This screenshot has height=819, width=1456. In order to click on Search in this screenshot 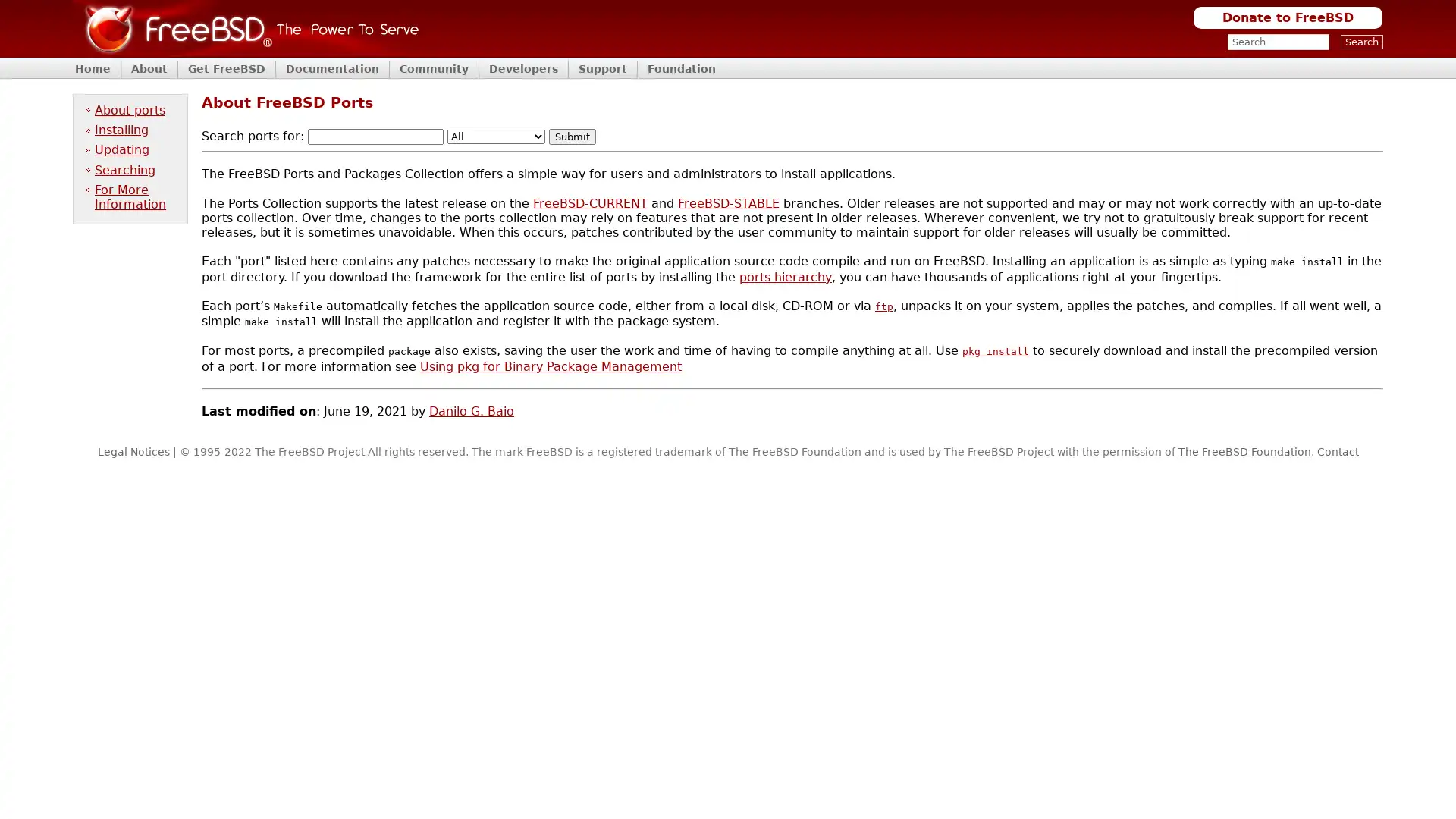, I will do `click(1361, 41)`.